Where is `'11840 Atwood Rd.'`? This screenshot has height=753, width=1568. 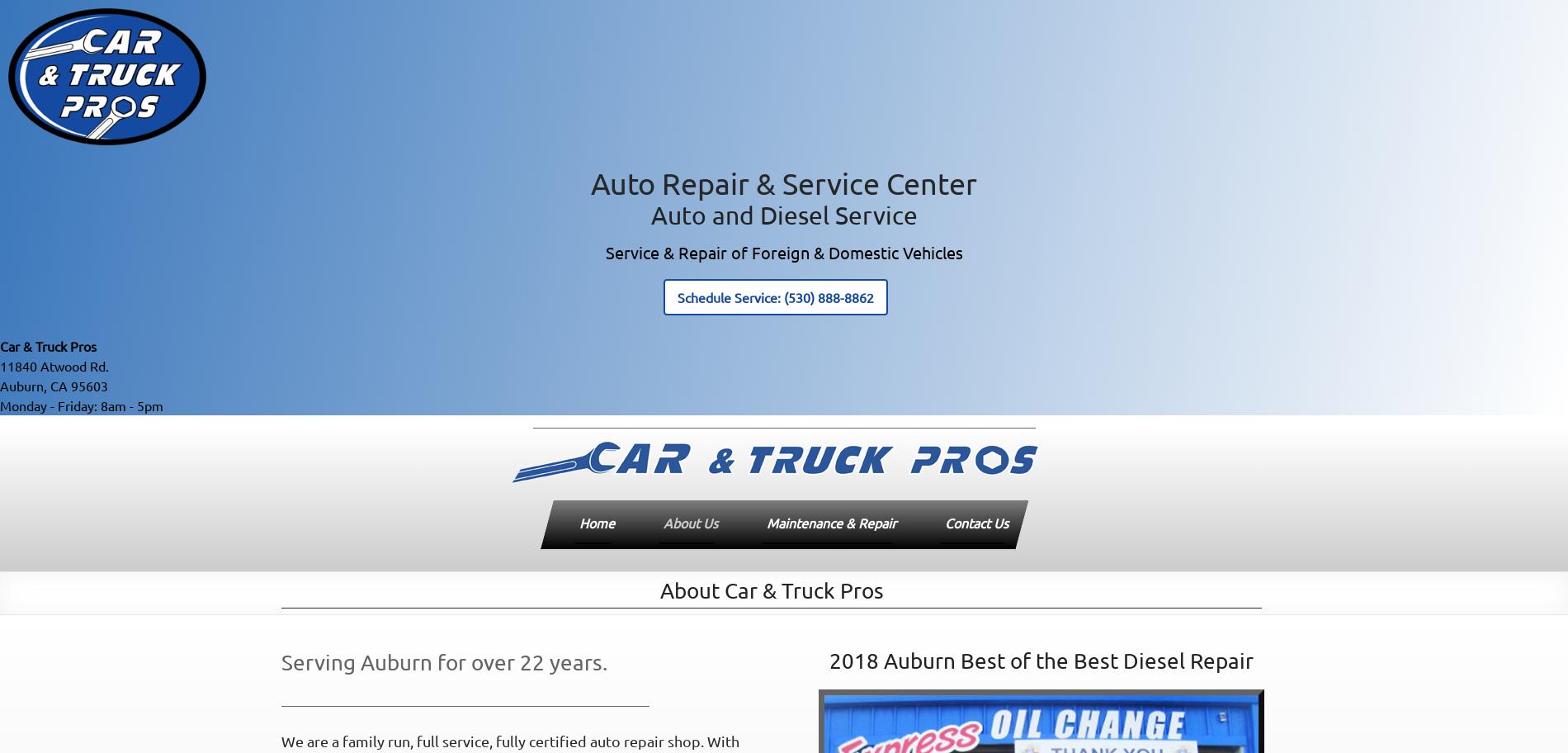 '11840 Atwood Rd.' is located at coordinates (54, 363).